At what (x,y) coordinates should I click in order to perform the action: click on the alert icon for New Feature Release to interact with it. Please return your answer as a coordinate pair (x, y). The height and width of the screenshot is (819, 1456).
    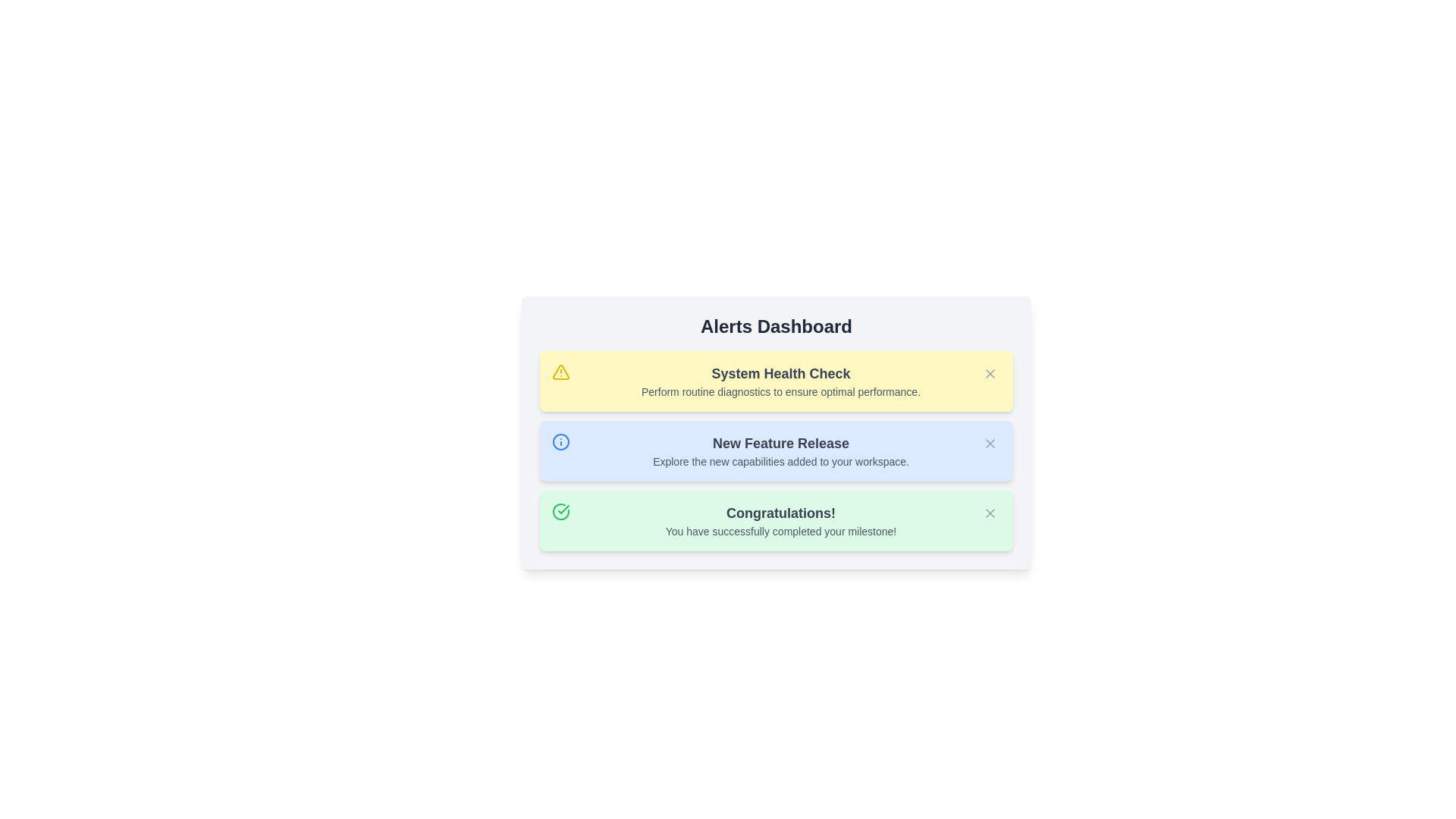
    Looking at the image, I should click on (560, 441).